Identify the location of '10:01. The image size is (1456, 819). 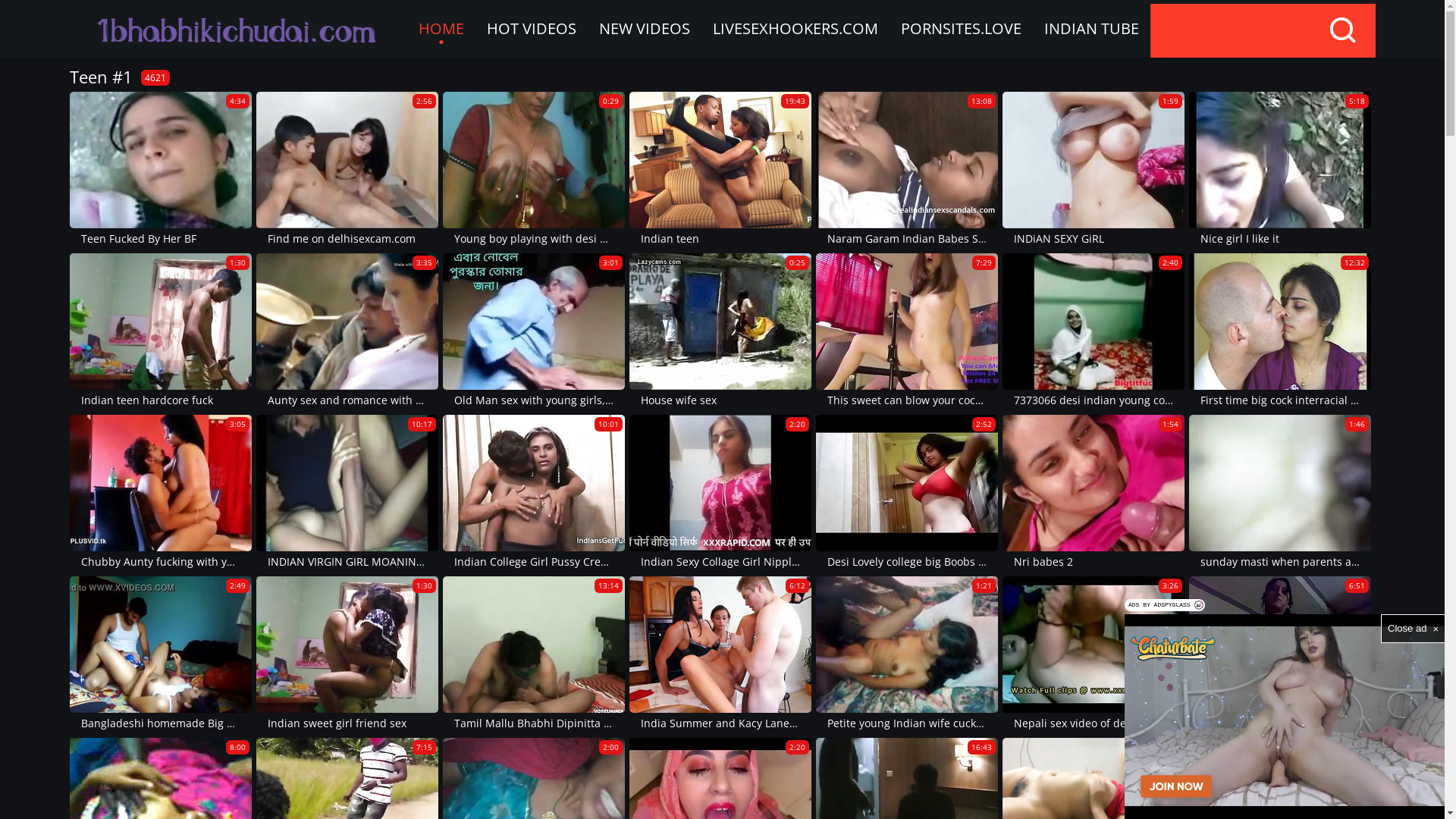
(534, 493).